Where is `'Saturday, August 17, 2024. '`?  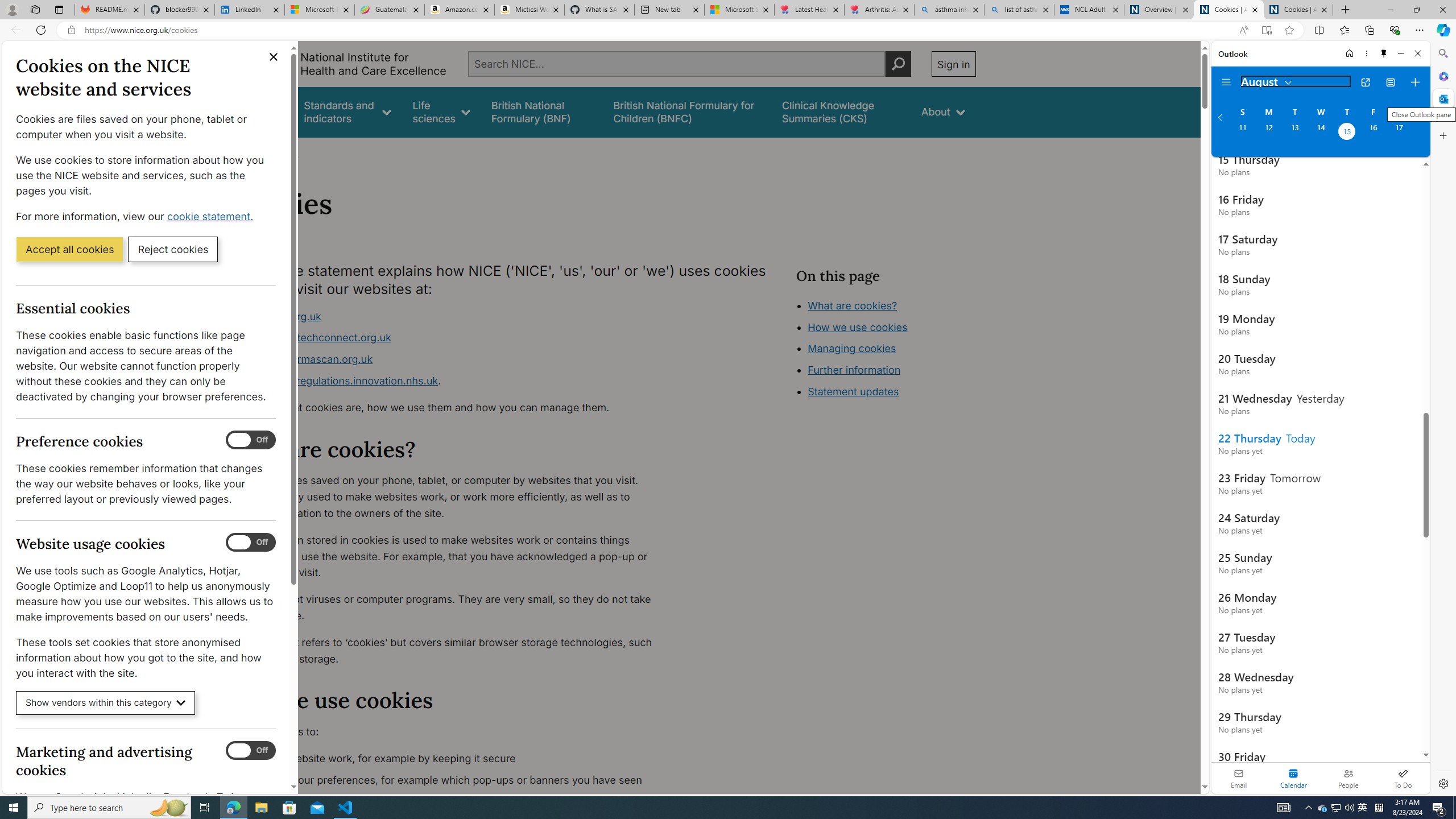
'Saturday, August 17, 2024. ' is located at coordinates (1399, 133).